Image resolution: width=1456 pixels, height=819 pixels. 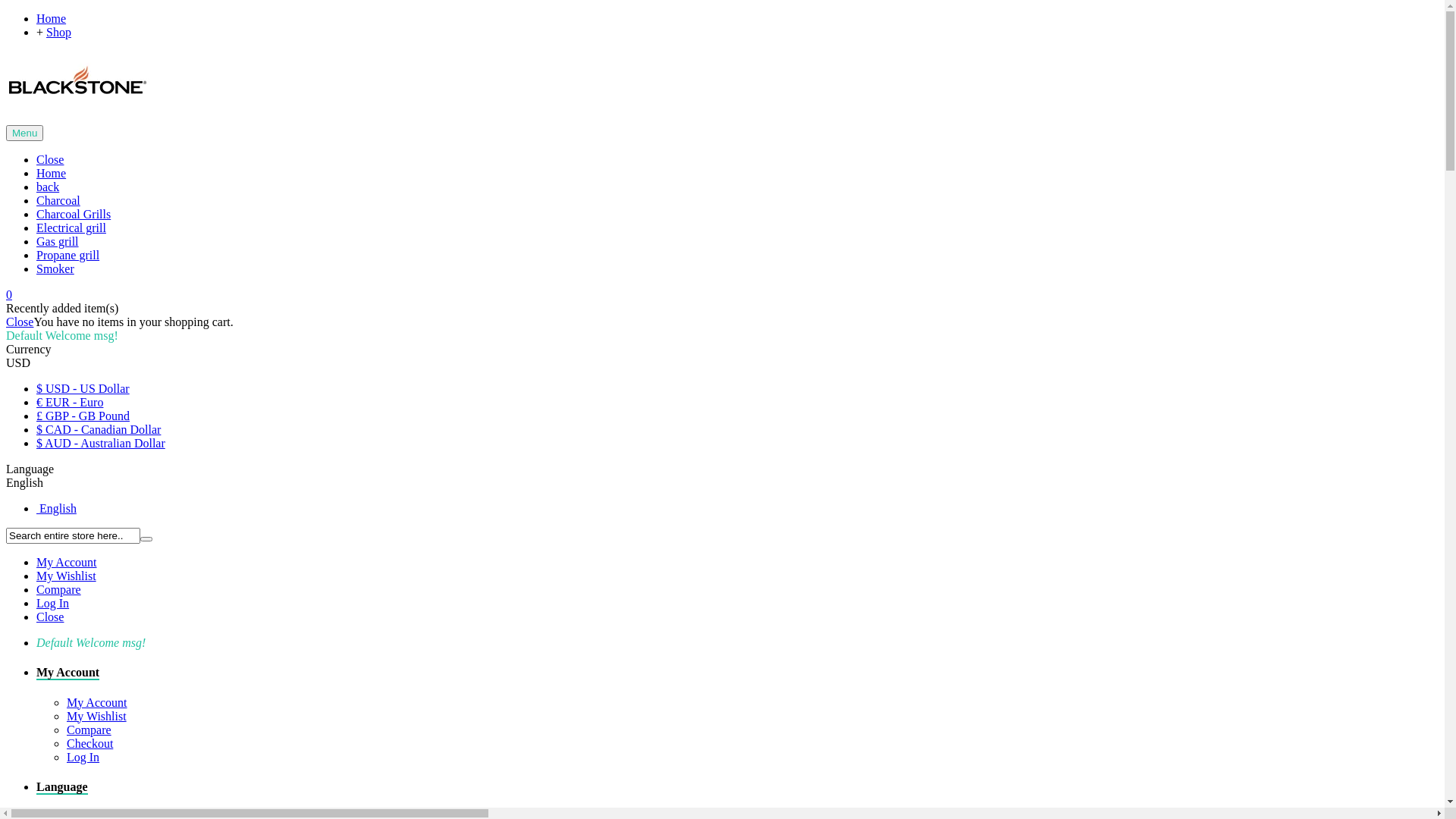 What do you see at coordinates (24, 131) in the screenshot?
I see `'Menu'` at bounding box center [24, 131].